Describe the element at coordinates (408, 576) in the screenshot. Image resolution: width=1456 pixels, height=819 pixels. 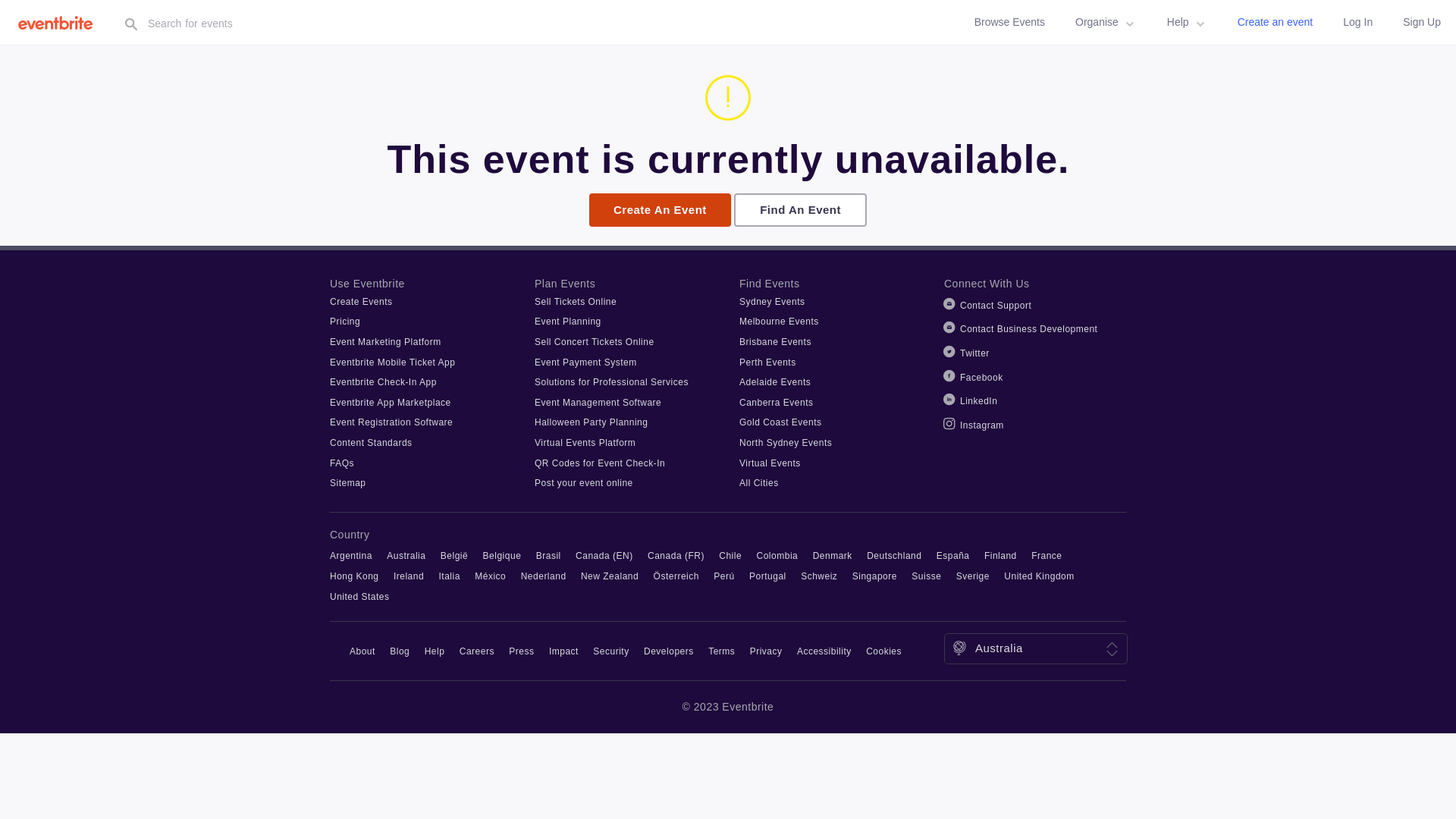
I see `'Ireland'` at that location.